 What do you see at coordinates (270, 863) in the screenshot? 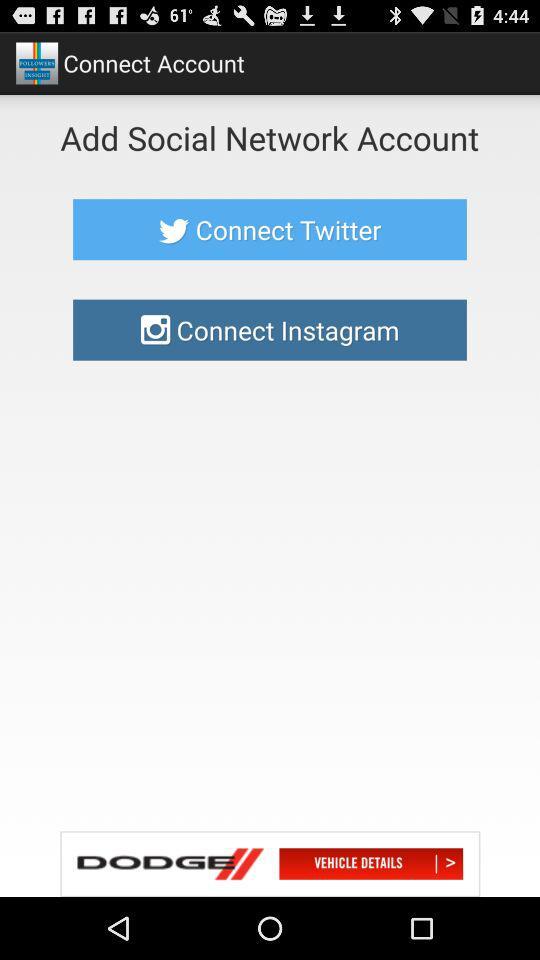
I see `dodge cars link` at bounding box center [270, 863].